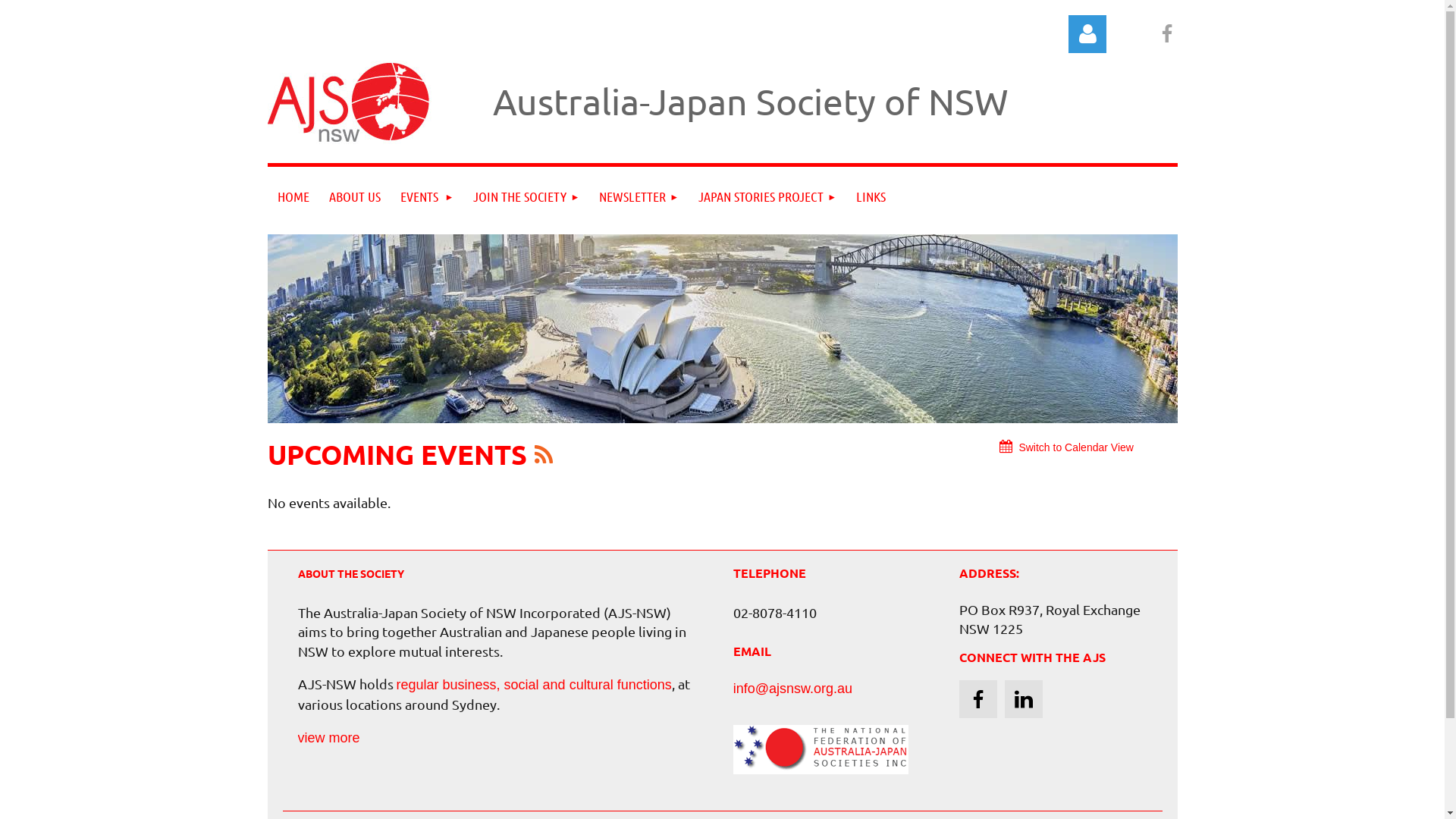  What do you see at coordinates (526, 196) in the screenshot?
I see `'JOIN THE SOCIETY'` at bounding box center [526, 196].